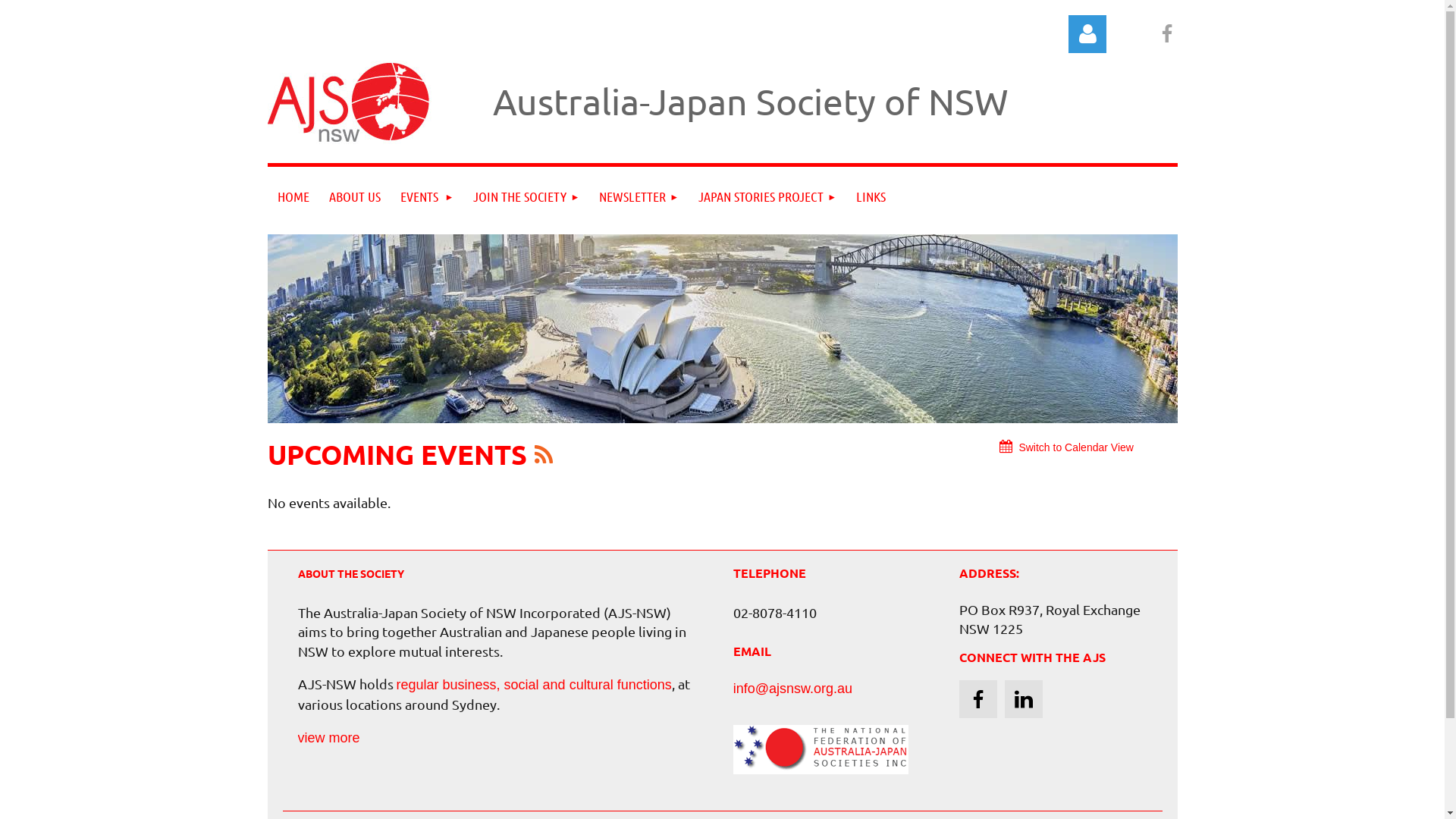  What do you see at coordinates (526, 196) in the screenshot?
I see `'JOIN THE SOCIETY'` at bounding box center [526, 196].